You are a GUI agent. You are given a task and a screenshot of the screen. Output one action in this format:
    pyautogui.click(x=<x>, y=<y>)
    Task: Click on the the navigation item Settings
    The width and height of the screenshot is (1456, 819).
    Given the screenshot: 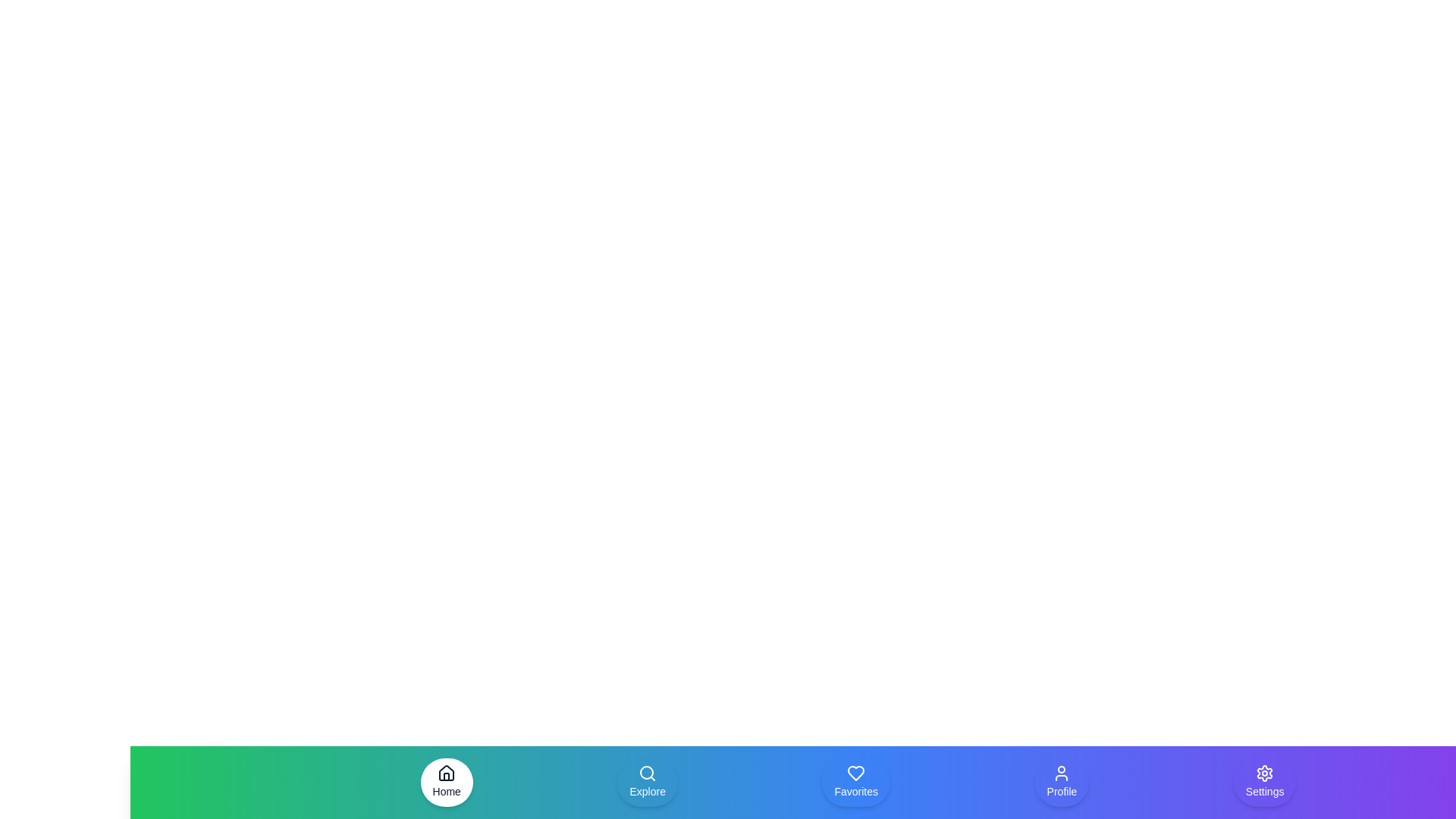 What is the action you would take?
    pyautogui.click(x=1265, y=783)
    